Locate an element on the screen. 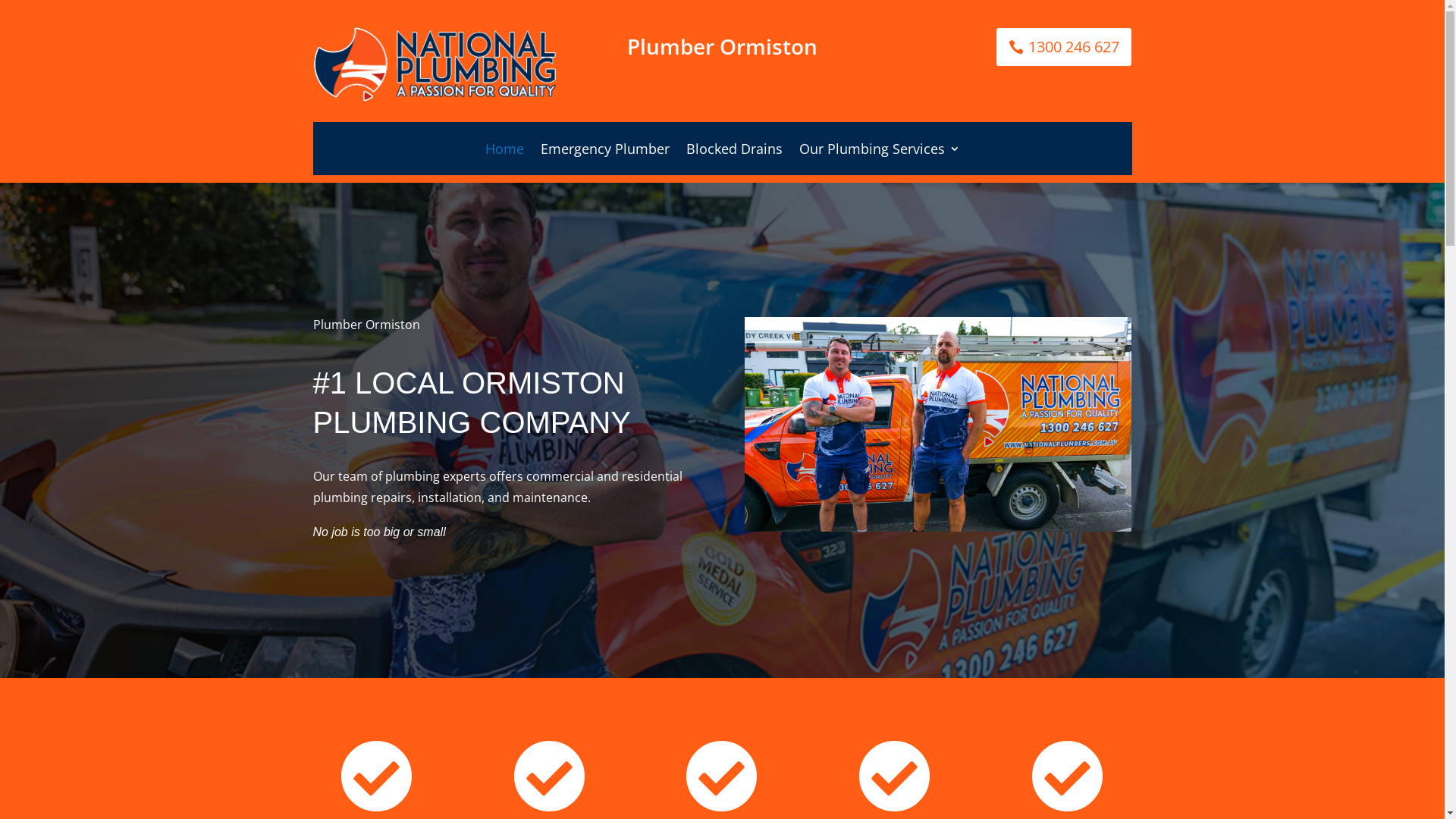 Image resolution: width=1456 pixels, height=819 pixels. 'Plumber Ormiston' is located at coordinates (937, 424).